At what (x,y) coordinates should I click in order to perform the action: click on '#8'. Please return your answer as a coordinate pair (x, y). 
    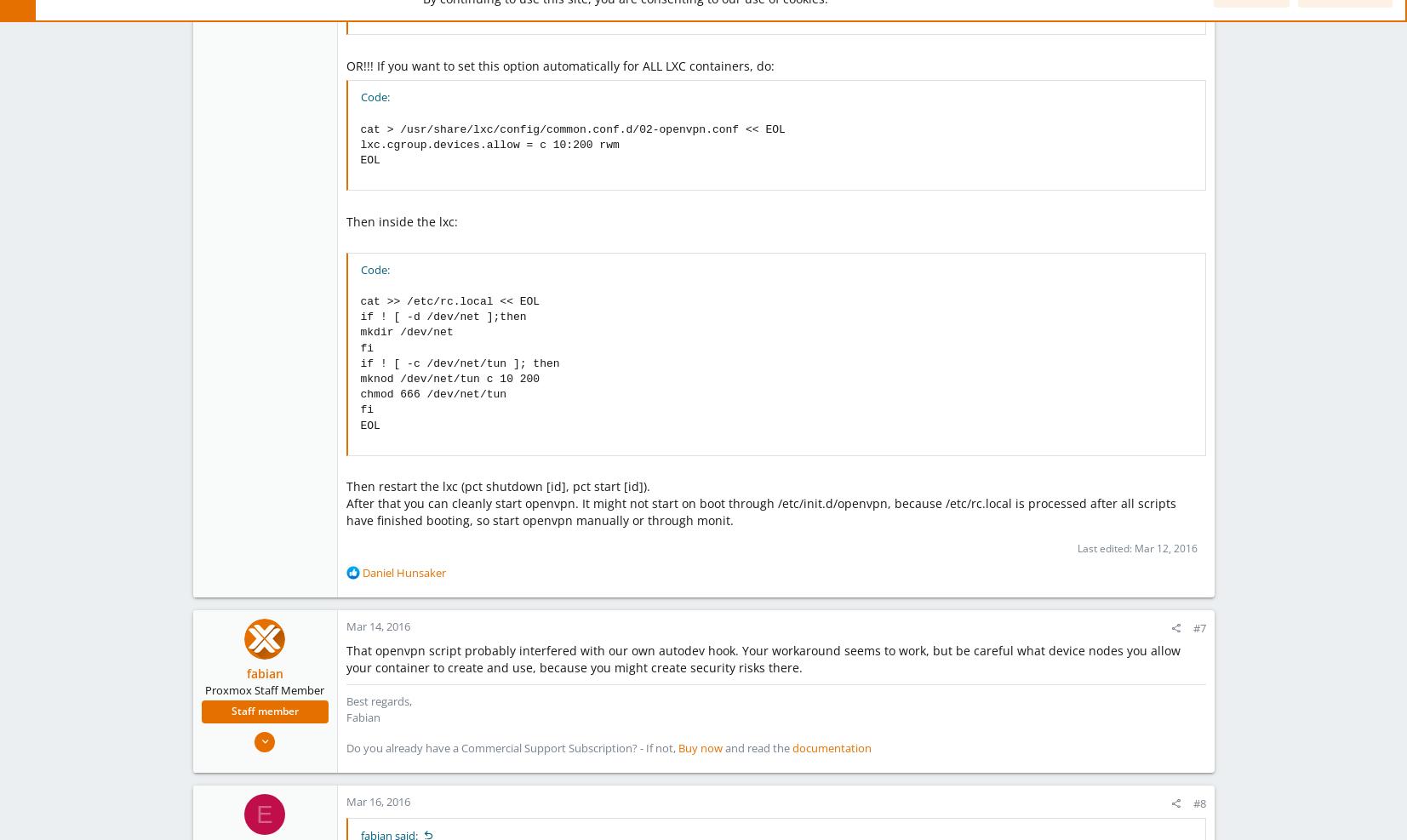
    Looking at the image, I should click on (1198, 803).